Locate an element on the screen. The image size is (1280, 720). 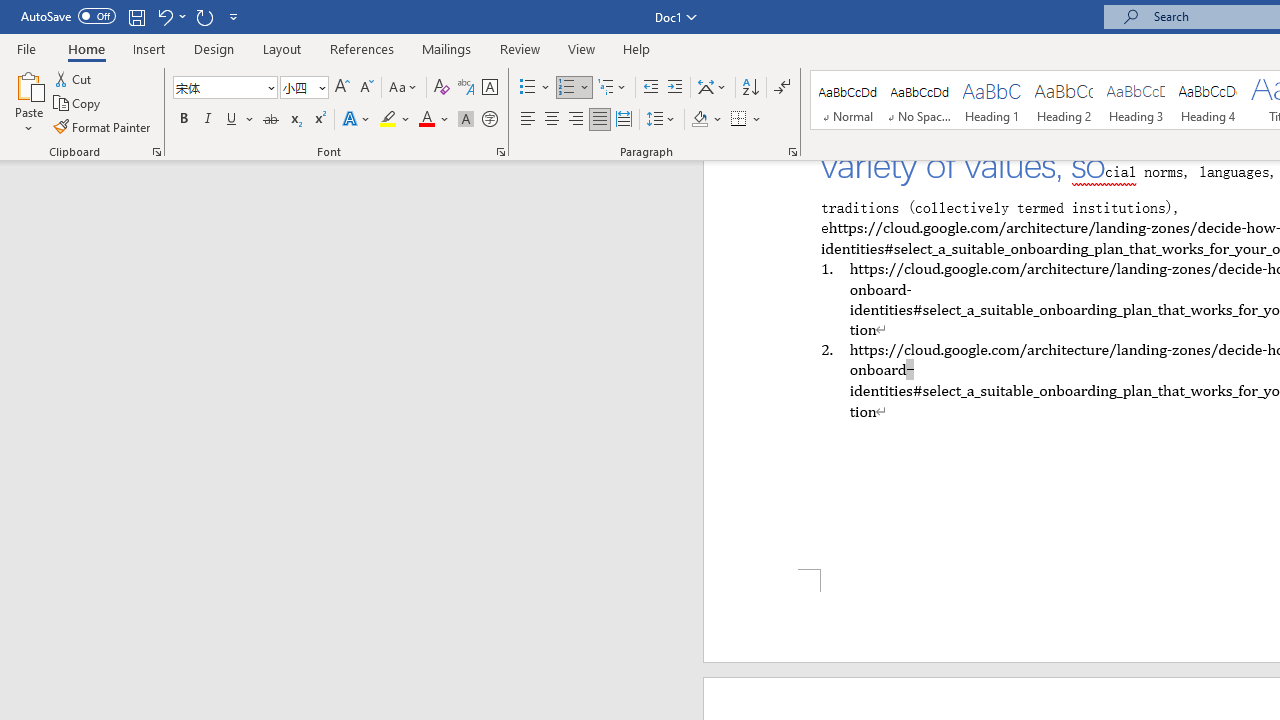
'Font Size' is located at coordinates (303, 86).